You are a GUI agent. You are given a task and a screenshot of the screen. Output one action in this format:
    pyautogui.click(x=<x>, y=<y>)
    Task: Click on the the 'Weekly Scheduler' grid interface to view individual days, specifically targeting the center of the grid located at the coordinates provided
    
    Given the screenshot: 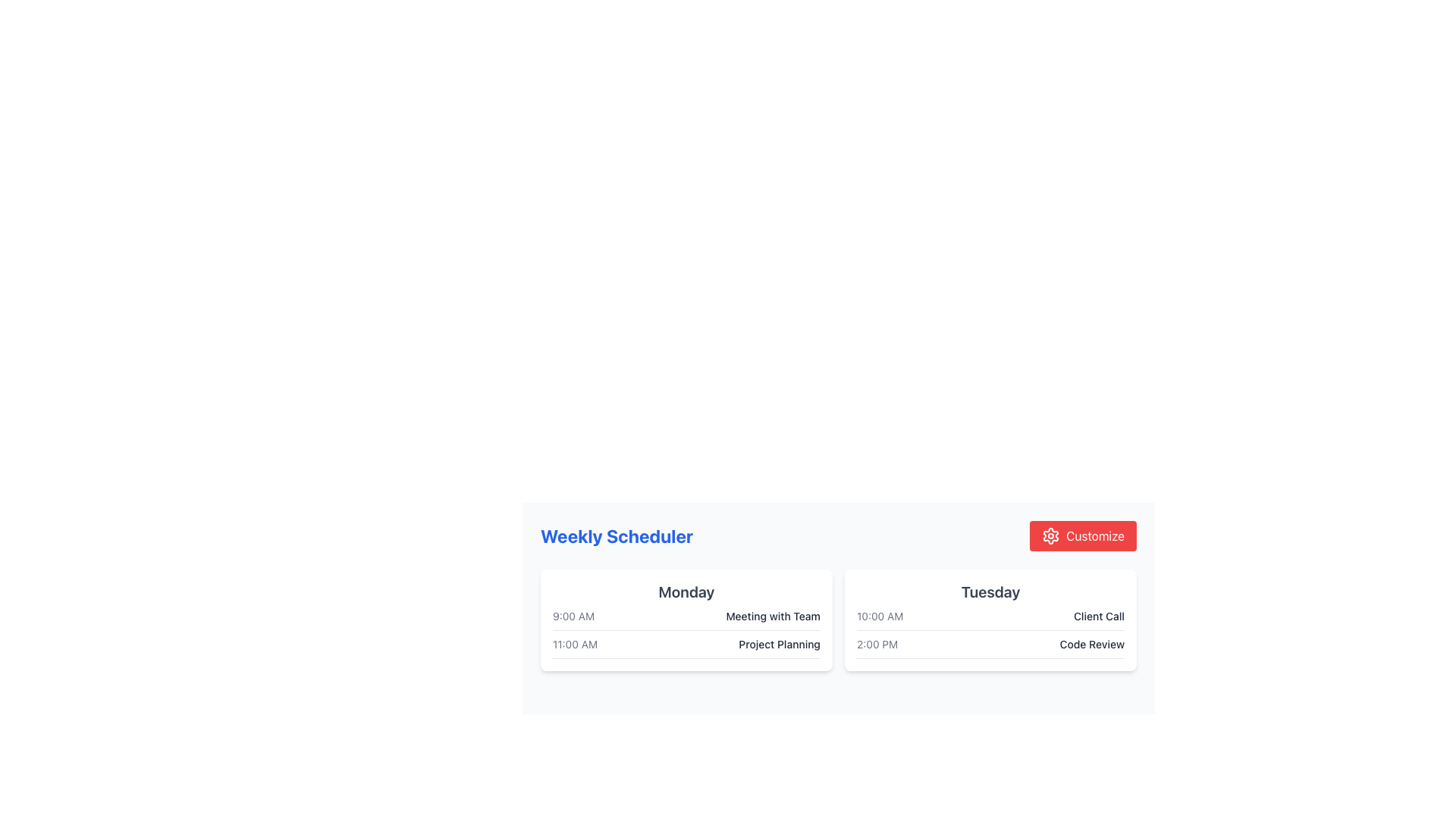 What is the action you would take?
    pyautogui.click(x=837, y=620)
    